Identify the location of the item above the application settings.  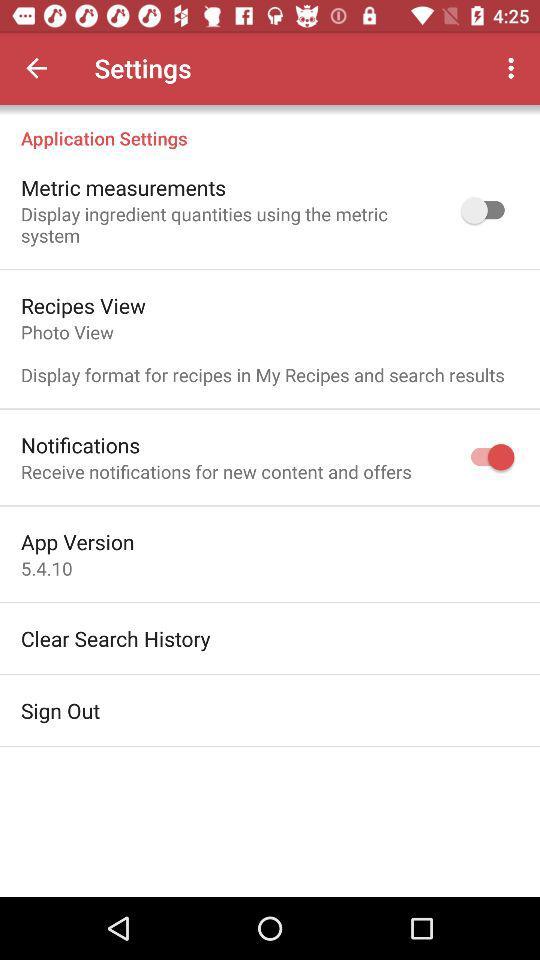
(36, 68).